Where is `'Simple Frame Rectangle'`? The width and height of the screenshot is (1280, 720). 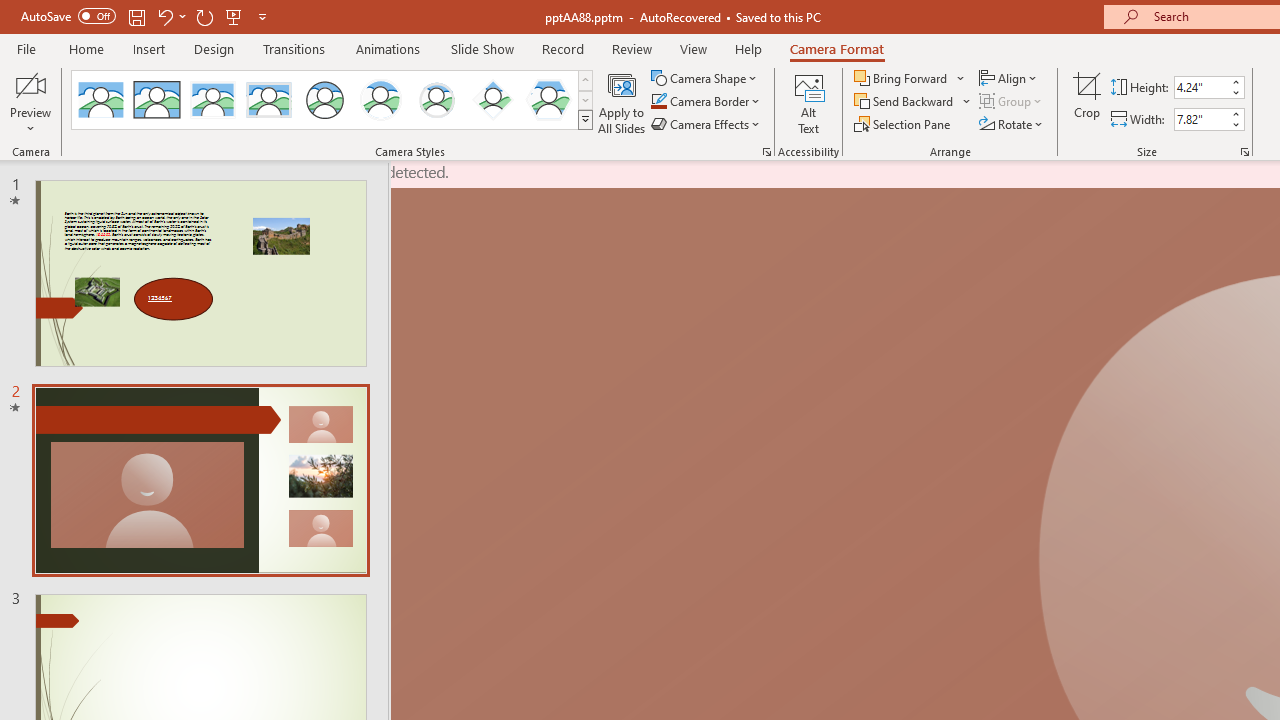
'Simple Frame Rectangle' is located at coordinates (156, 100).